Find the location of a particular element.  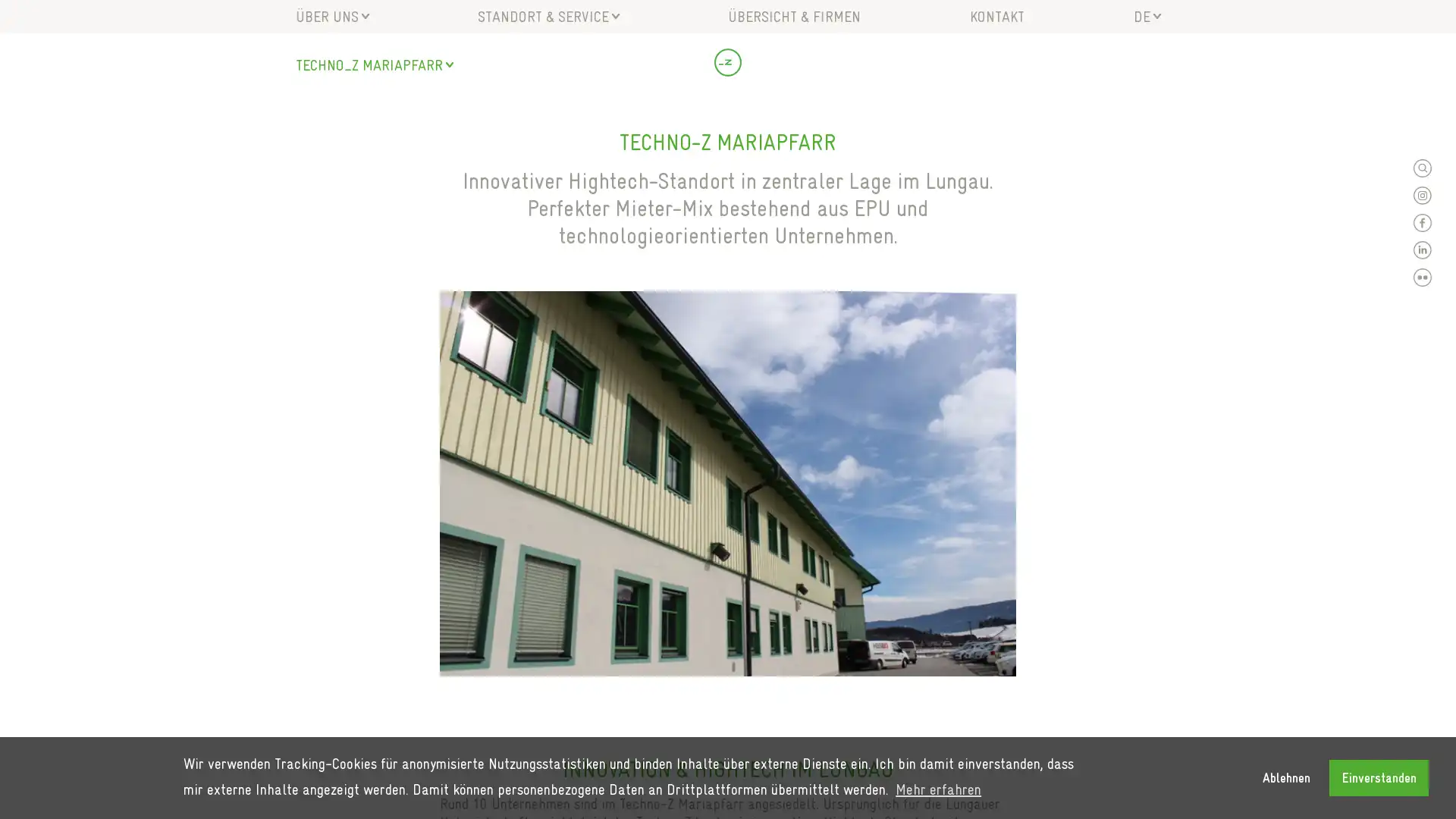

deny cookies is located at coordinates (1285, 777).